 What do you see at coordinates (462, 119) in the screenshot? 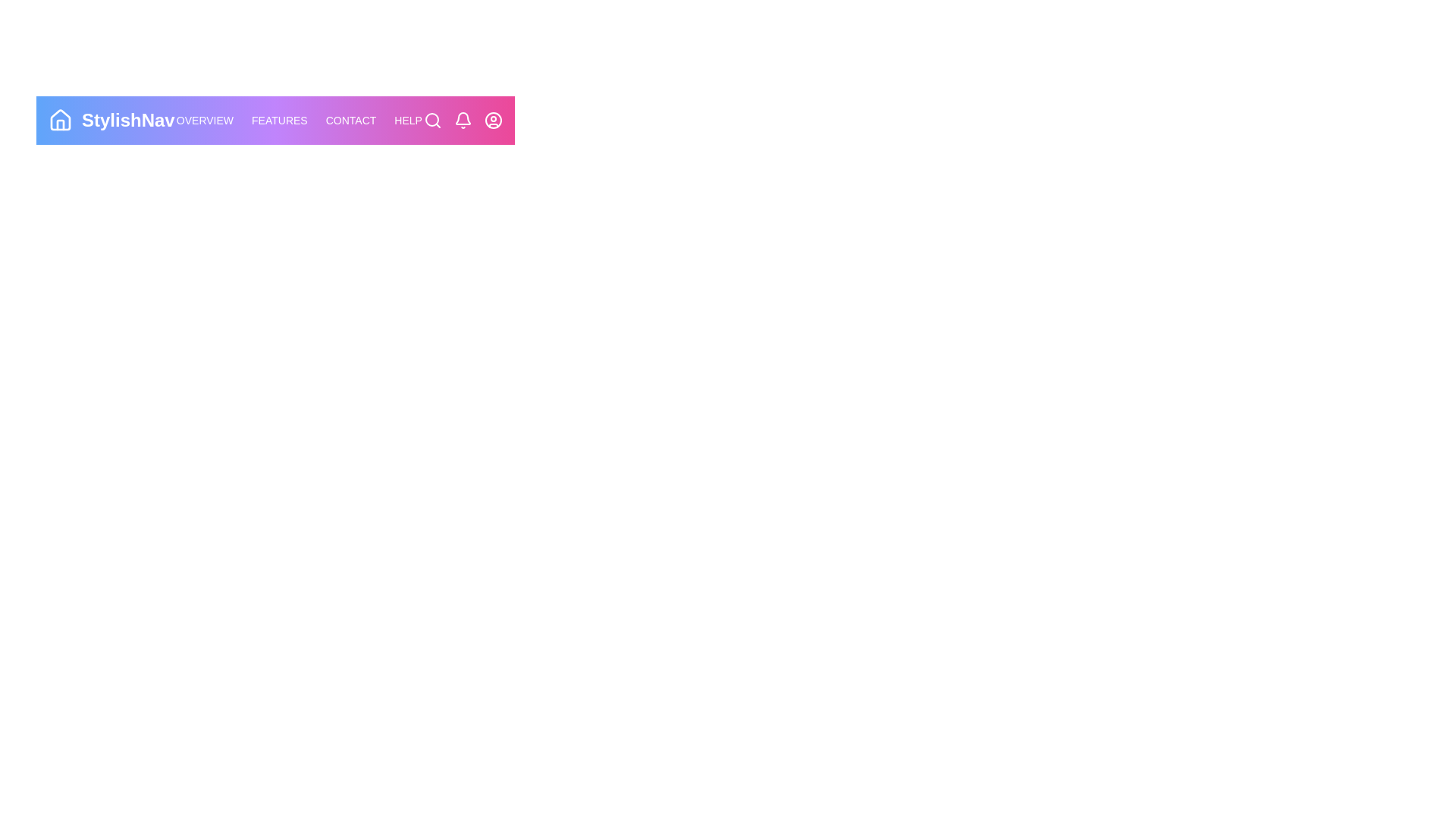
I see `the Bell icon in the StyledAppBar` at bounding box center [462, 119].